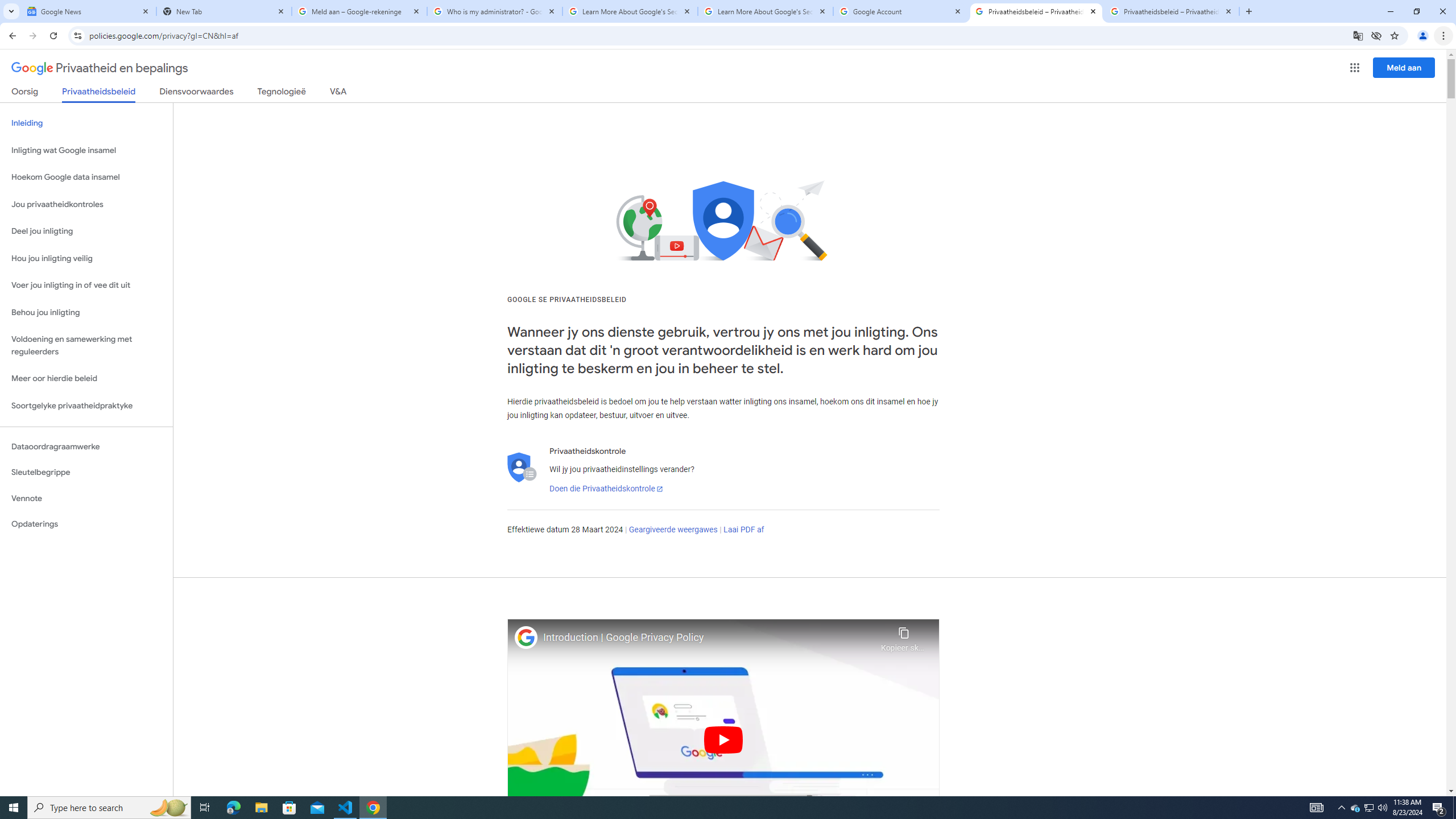 This screenshot has height=819, width=1456. Describe the element at coordinates (86, 379) in the screenshot. I see `'Meer oor hierdie beleid'` at that location.